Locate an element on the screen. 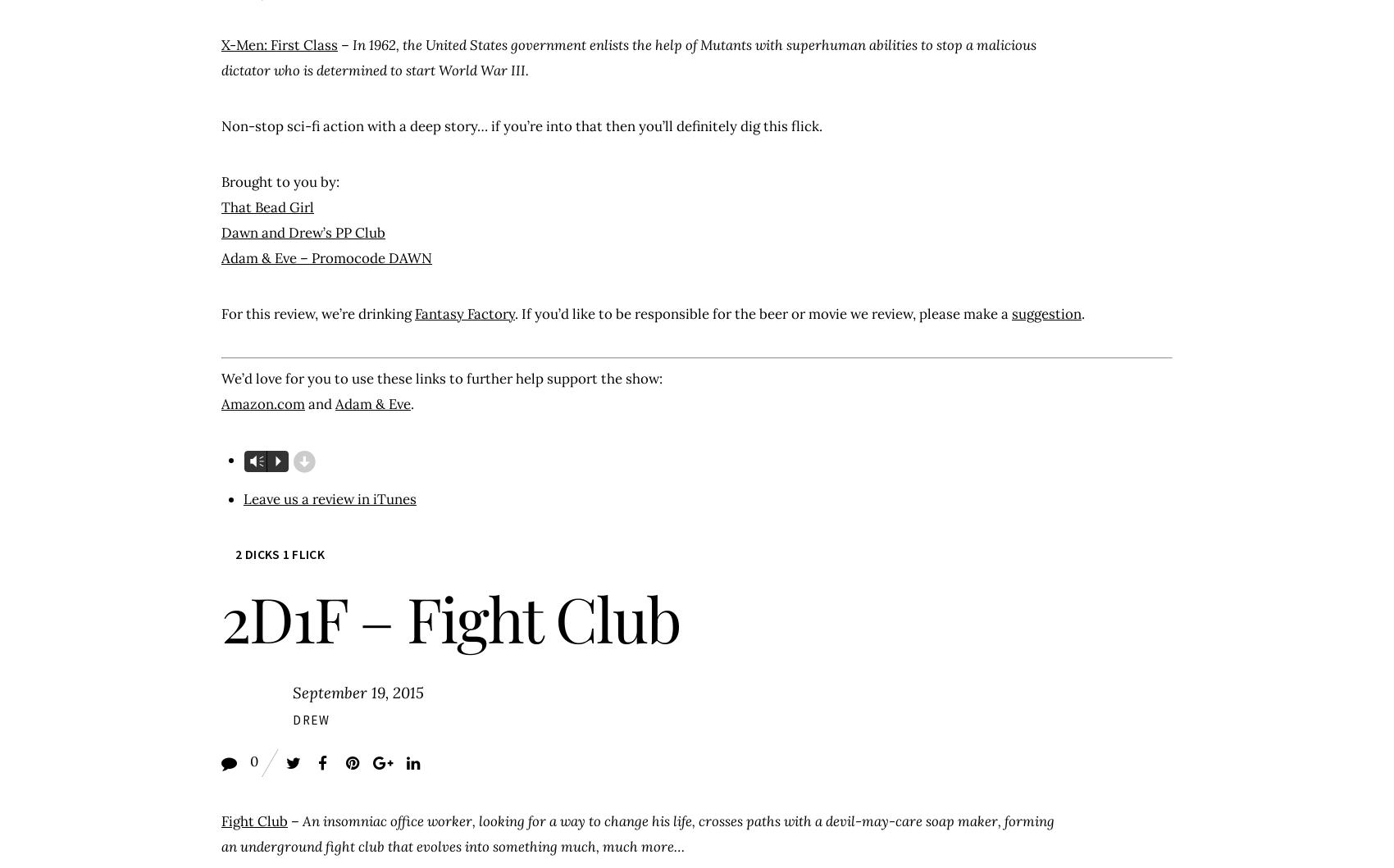 The height and width of the screenshot is (868, 1394). 'In 1962, the United States government enlists the help of Mutants with superhuman abilities to stop a malicious dictator who is determined to start World War III.' is located at coordinates (221, 57).